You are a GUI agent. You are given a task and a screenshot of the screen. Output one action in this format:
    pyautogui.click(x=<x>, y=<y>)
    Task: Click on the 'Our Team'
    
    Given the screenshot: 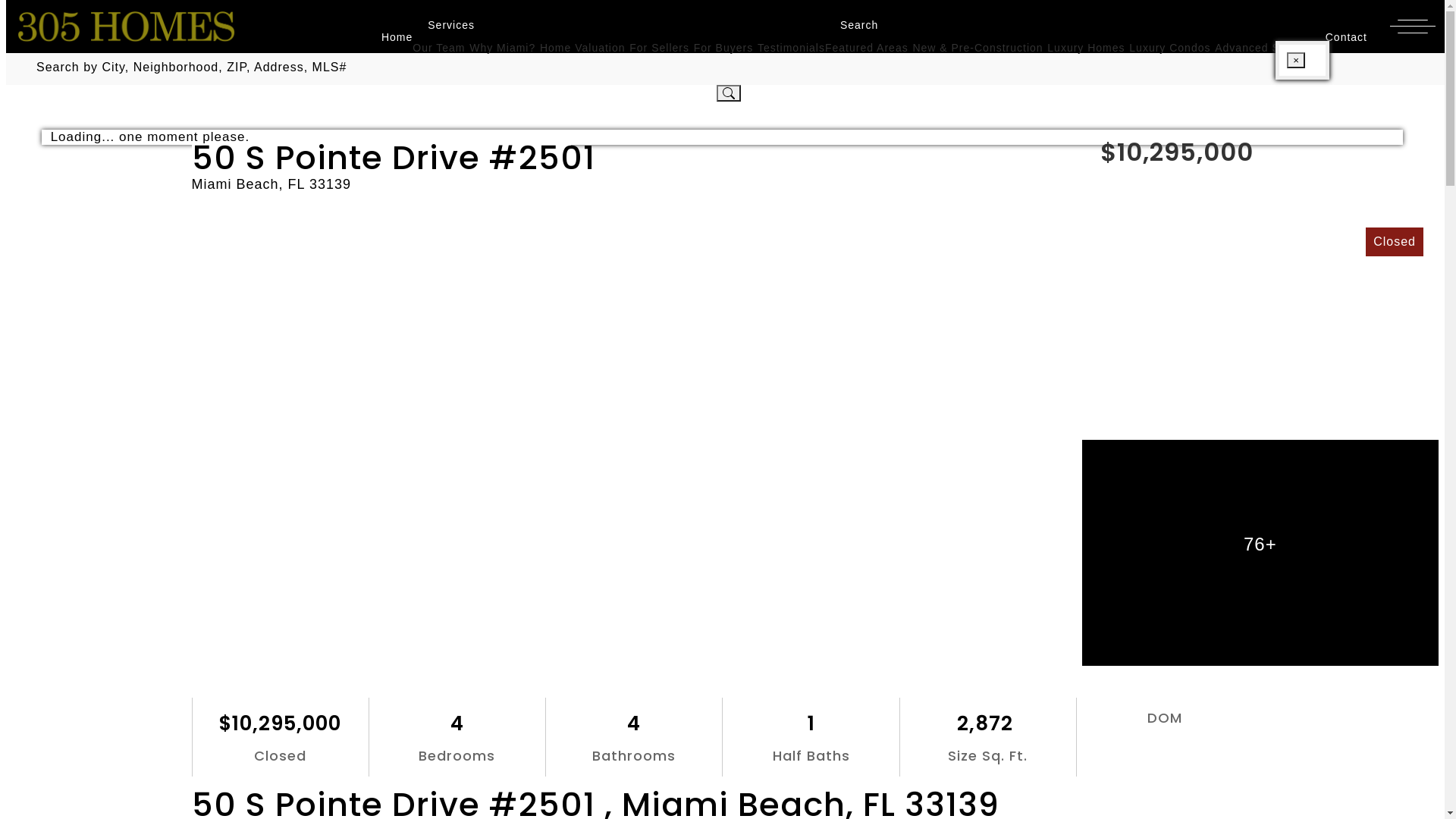 What is the action you would take?
    pyautogui.click(x=438, y=46)
    